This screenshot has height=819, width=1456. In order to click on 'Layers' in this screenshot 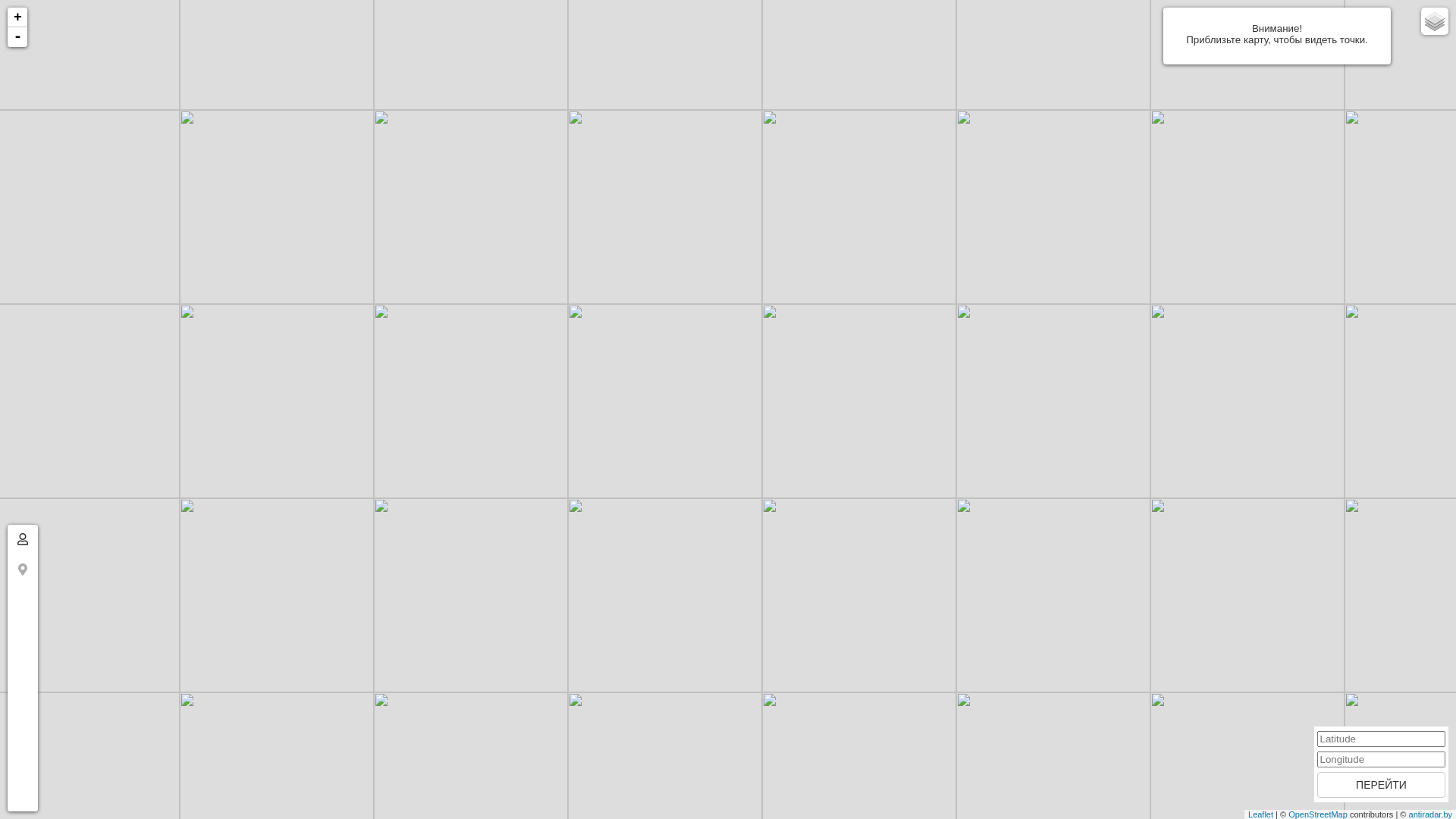, I will do `click(1420, 20)`.